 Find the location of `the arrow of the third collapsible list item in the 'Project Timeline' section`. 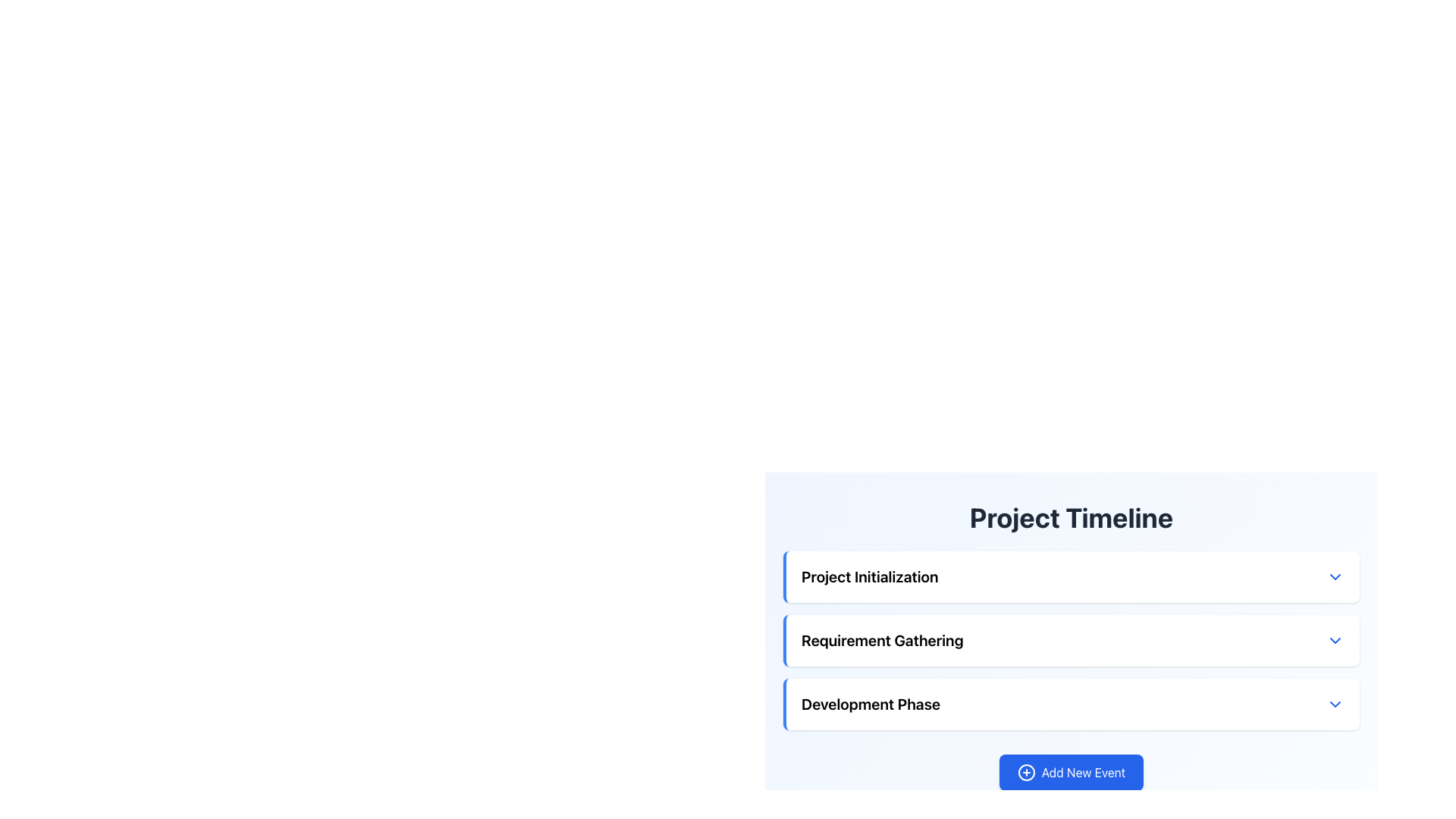

the arrow of the third collapsible list item in the 'Project Timeline' section is located at coordinates (1070, 704).